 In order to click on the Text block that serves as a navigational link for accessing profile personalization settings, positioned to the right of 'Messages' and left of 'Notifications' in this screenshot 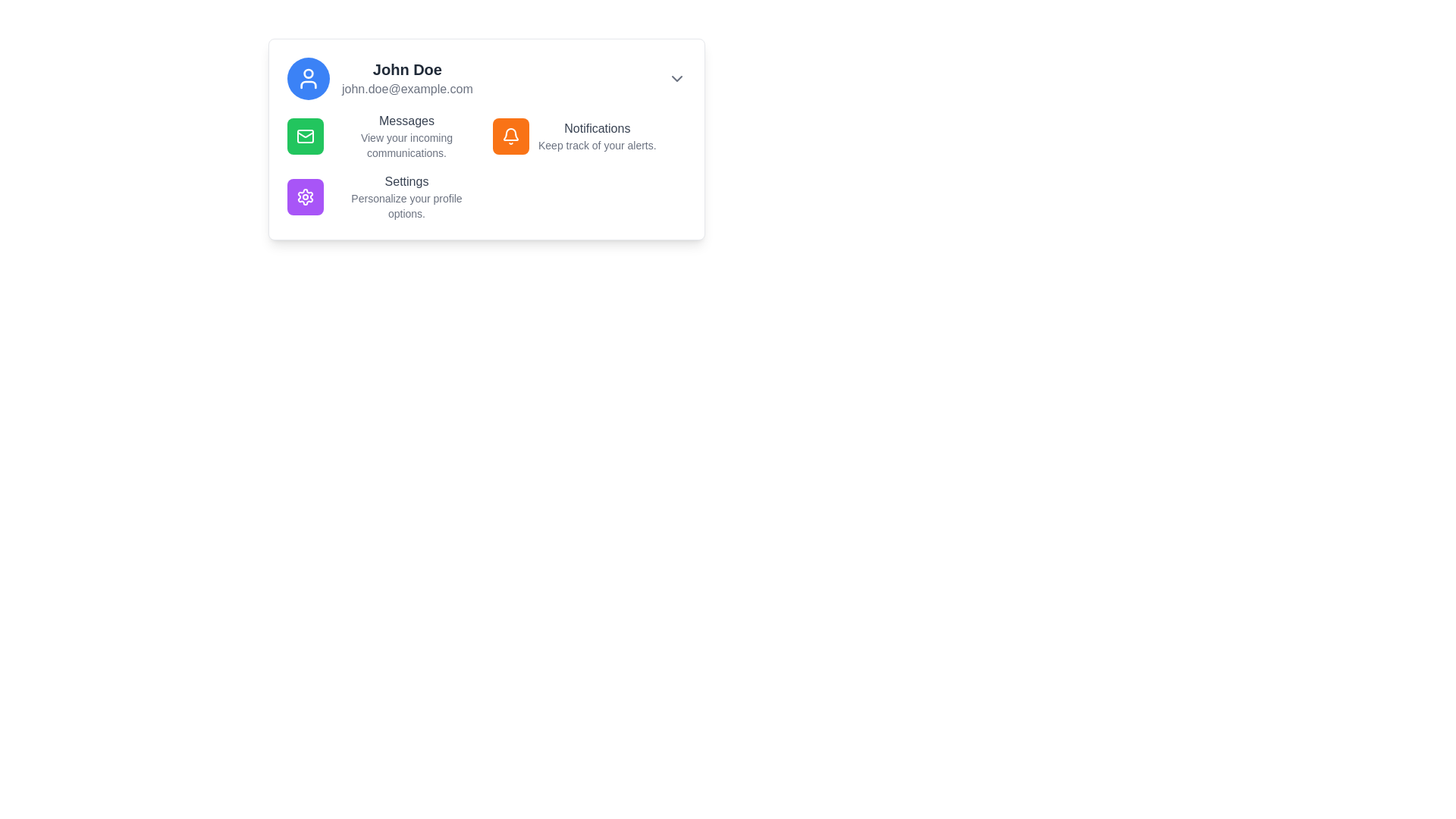, I will do `click(406, 196)`.